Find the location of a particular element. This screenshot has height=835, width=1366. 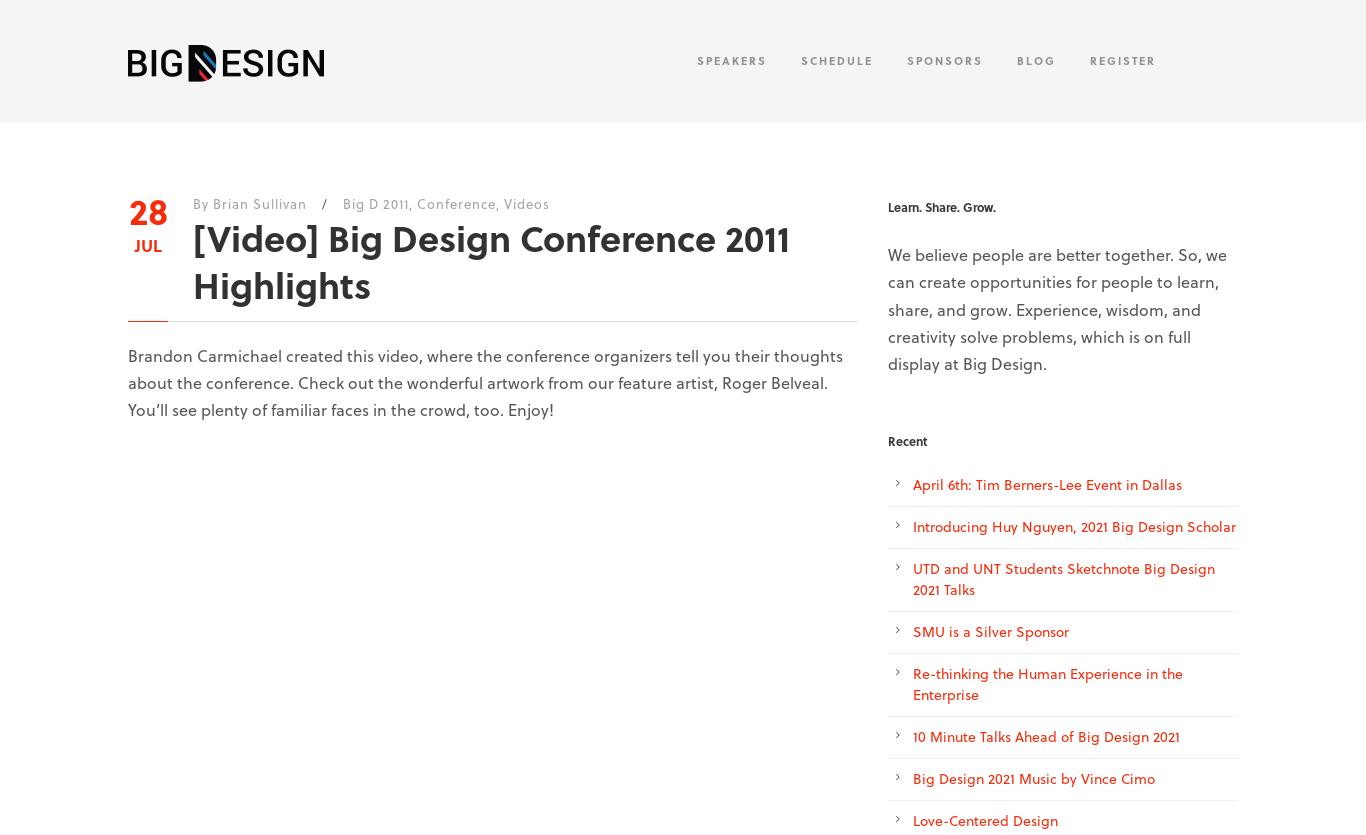

'Introducing Huy Nguyen, 2021 Big Design Scholar' is located at coordinates (913, 526).